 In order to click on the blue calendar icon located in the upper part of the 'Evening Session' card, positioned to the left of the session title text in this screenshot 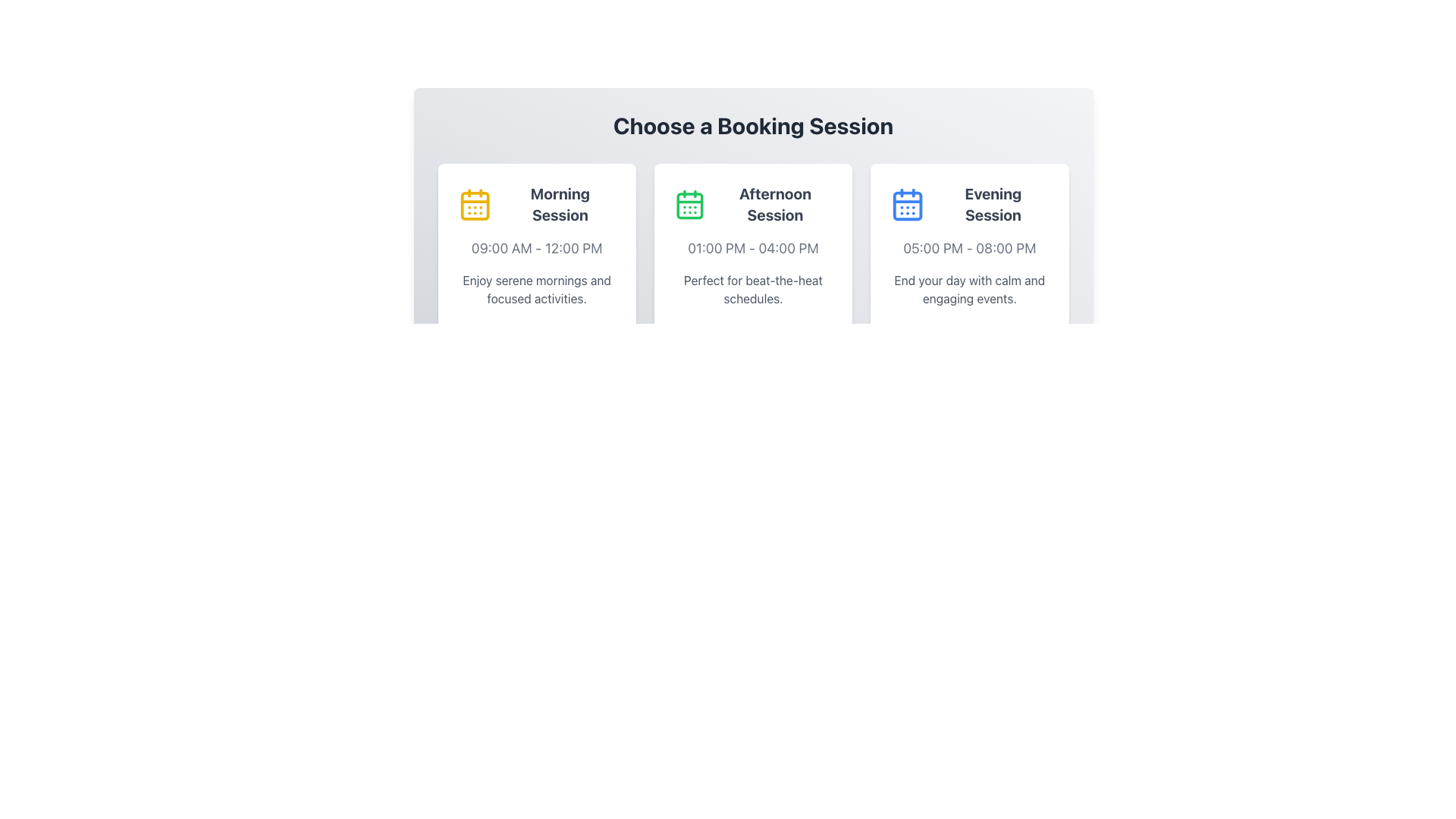, I will do `click(908, 205)`.